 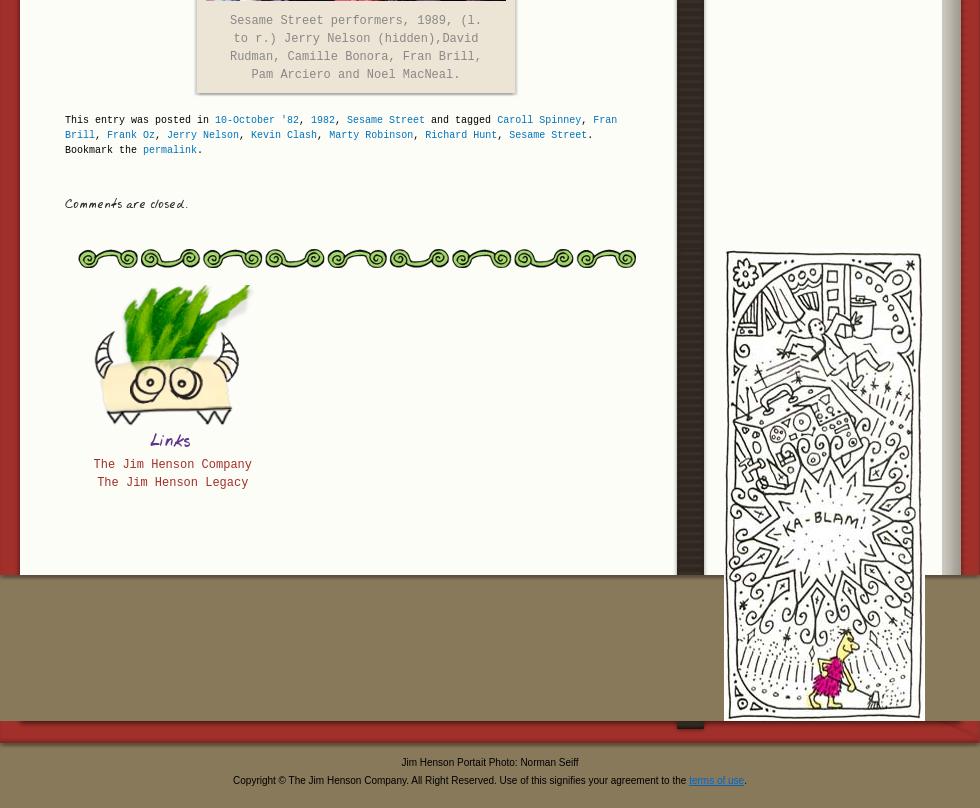 I want to click on 'Caroll Spinney', so click(x=495, y=119).